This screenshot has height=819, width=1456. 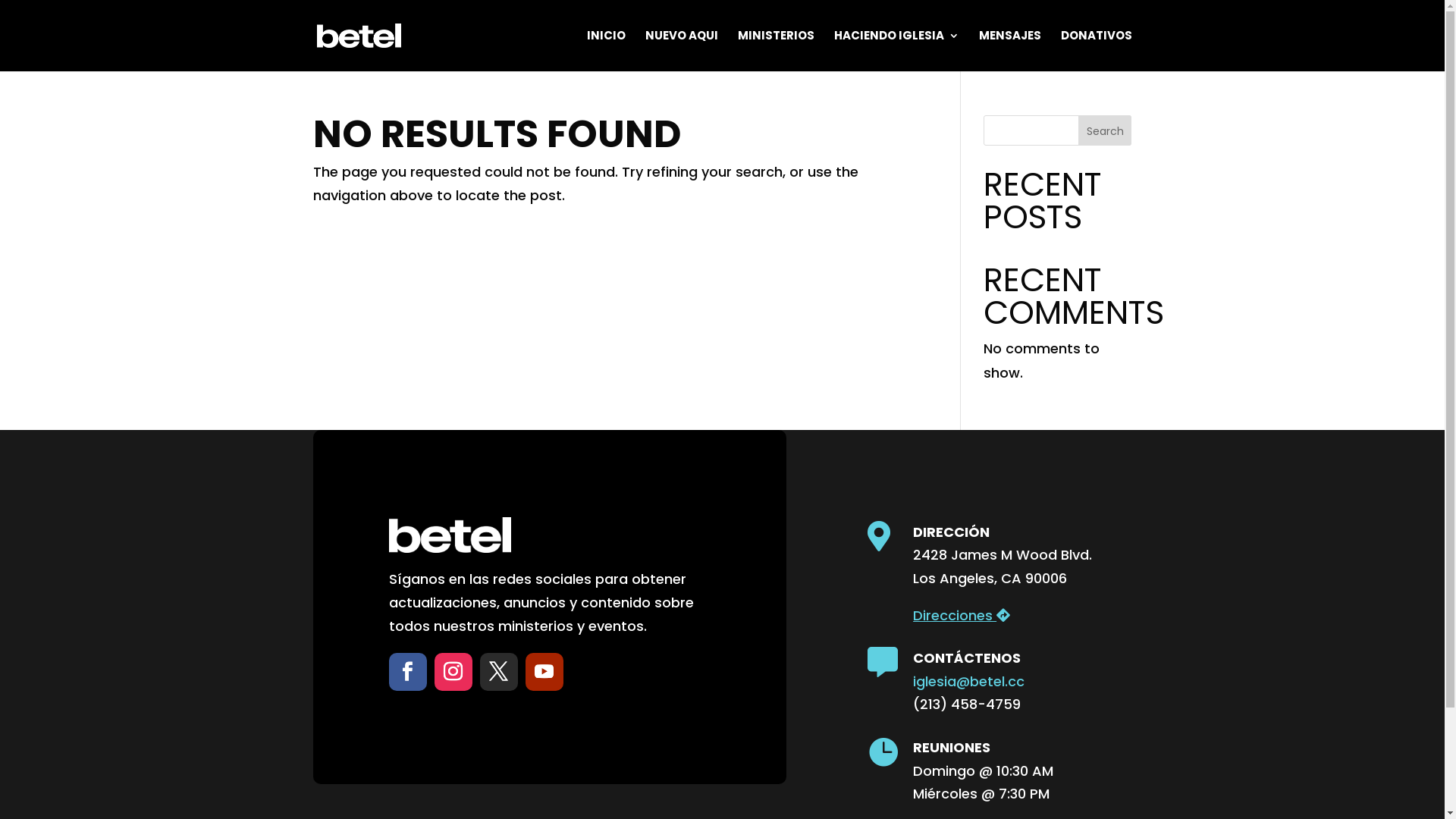 What do you see at coordinates (775, 49) in the screenshot?
I see `'MINISTERIOS'` at bounding box center [775, 49].